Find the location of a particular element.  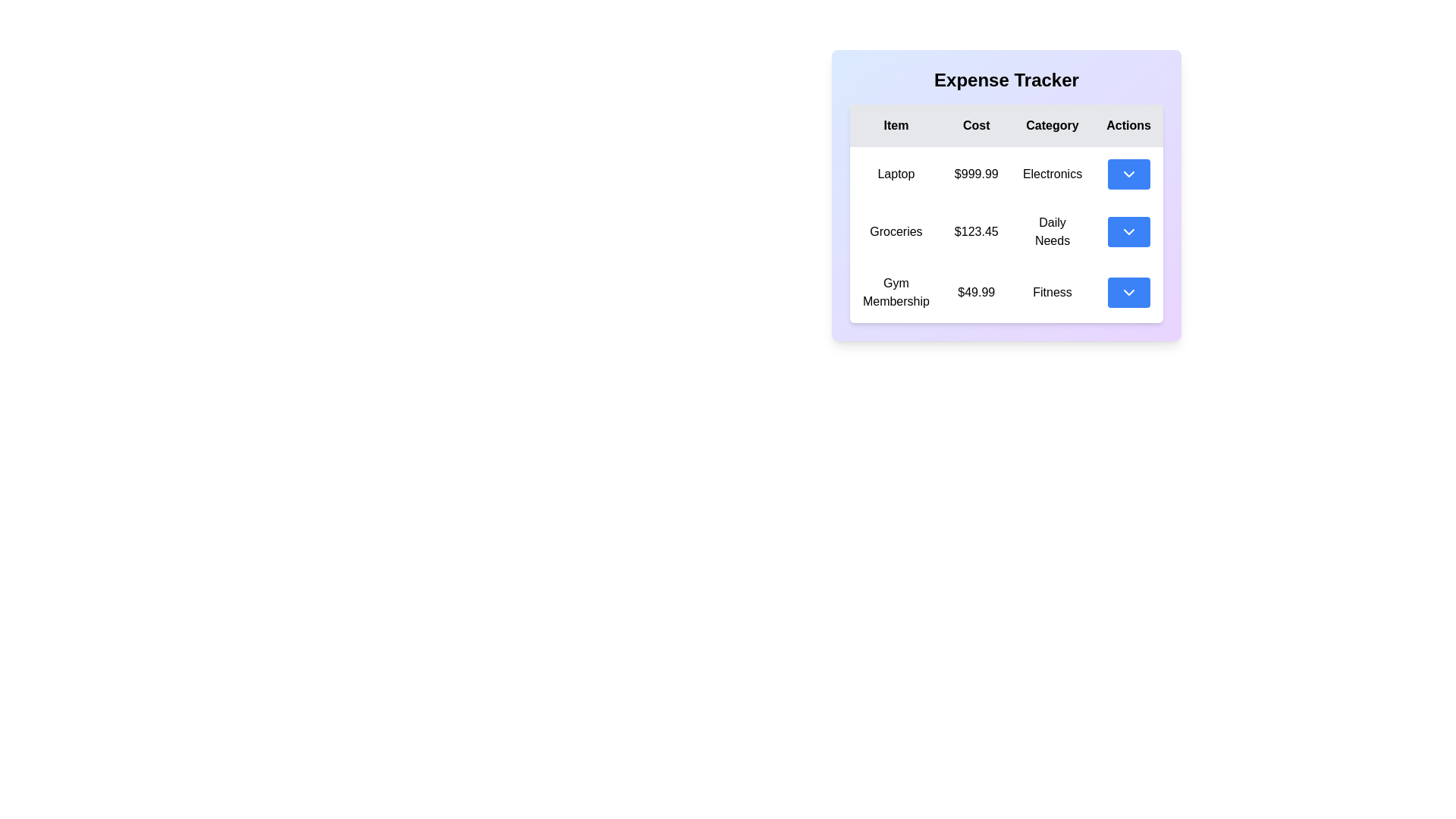

the blue rectangular button with rounded corners in the 'Actions' column of the 'Expense Tracker' table, labeled 'Groceries' is located at coordinates (1128, 231).